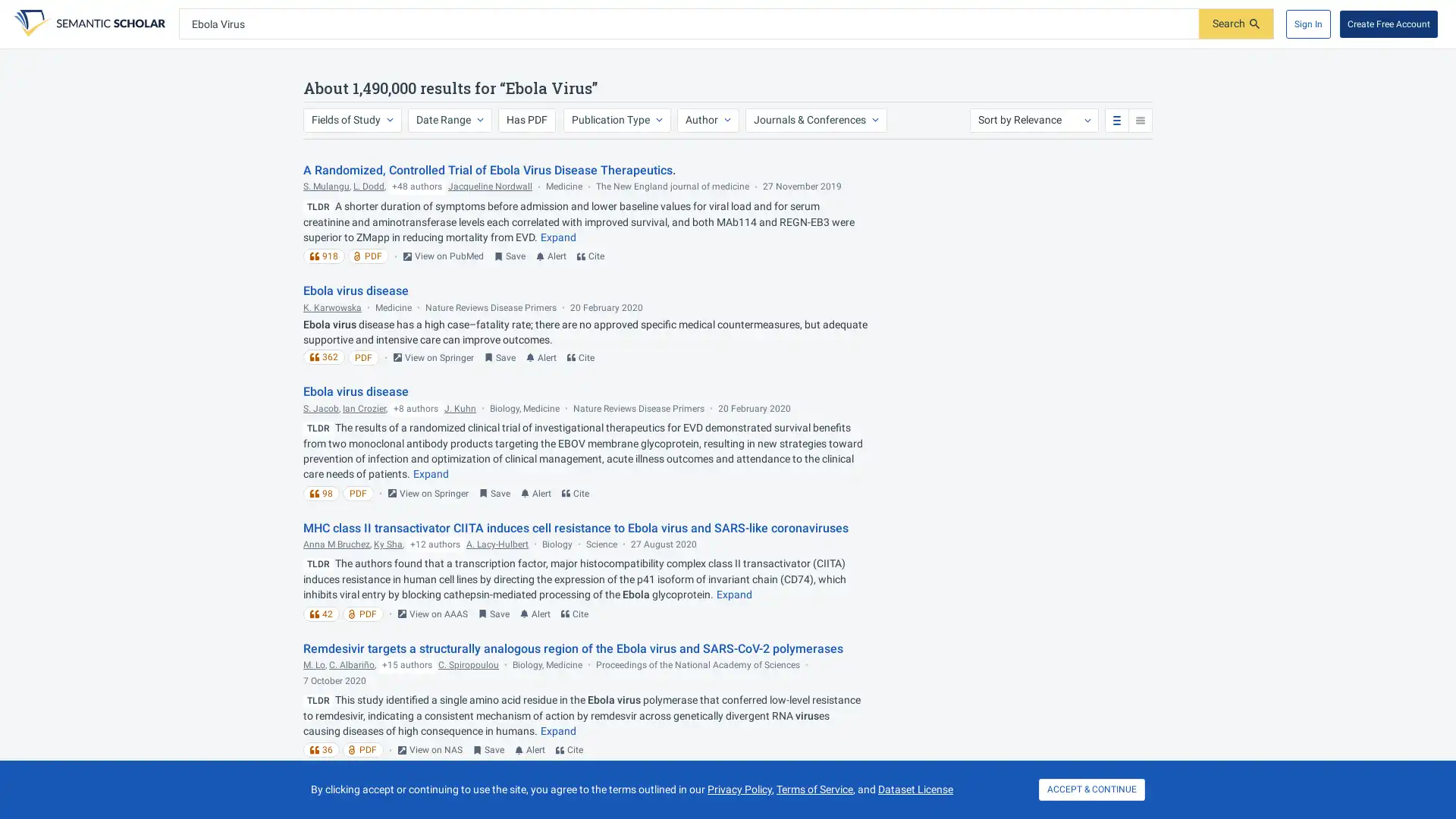 This screenshot has height=819, width=1456. What do you see at coordinates (435, 543) in the screenshot?
I see `+12 authors` at bounding box center [435, 543].